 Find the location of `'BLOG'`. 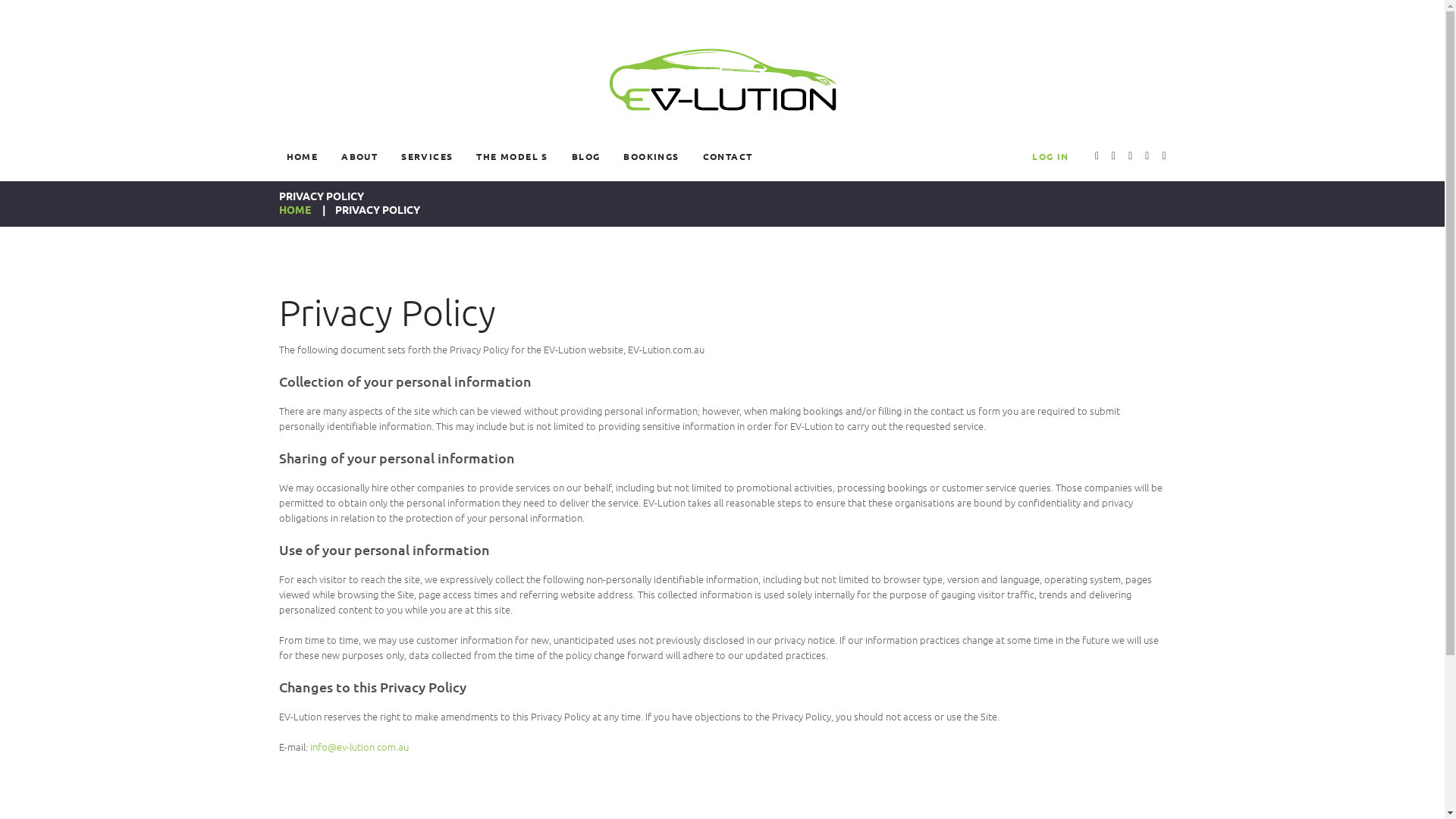

'BLOG' is located at coordinates (585, 155).